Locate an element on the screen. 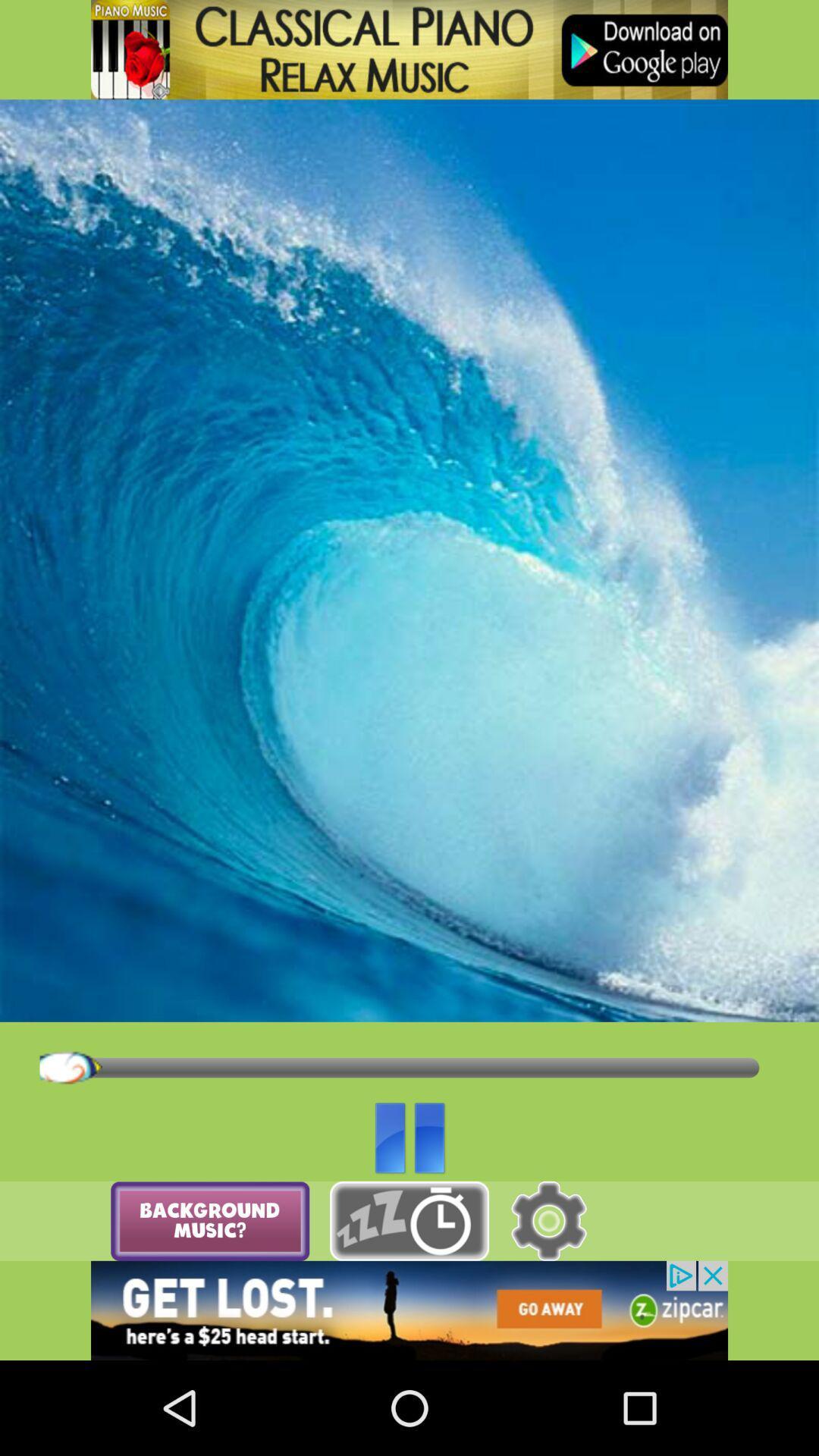 Image resolution: width=819 pixels, height=1456 pixels. snooze timer option is located at coordinates (409, 1221).